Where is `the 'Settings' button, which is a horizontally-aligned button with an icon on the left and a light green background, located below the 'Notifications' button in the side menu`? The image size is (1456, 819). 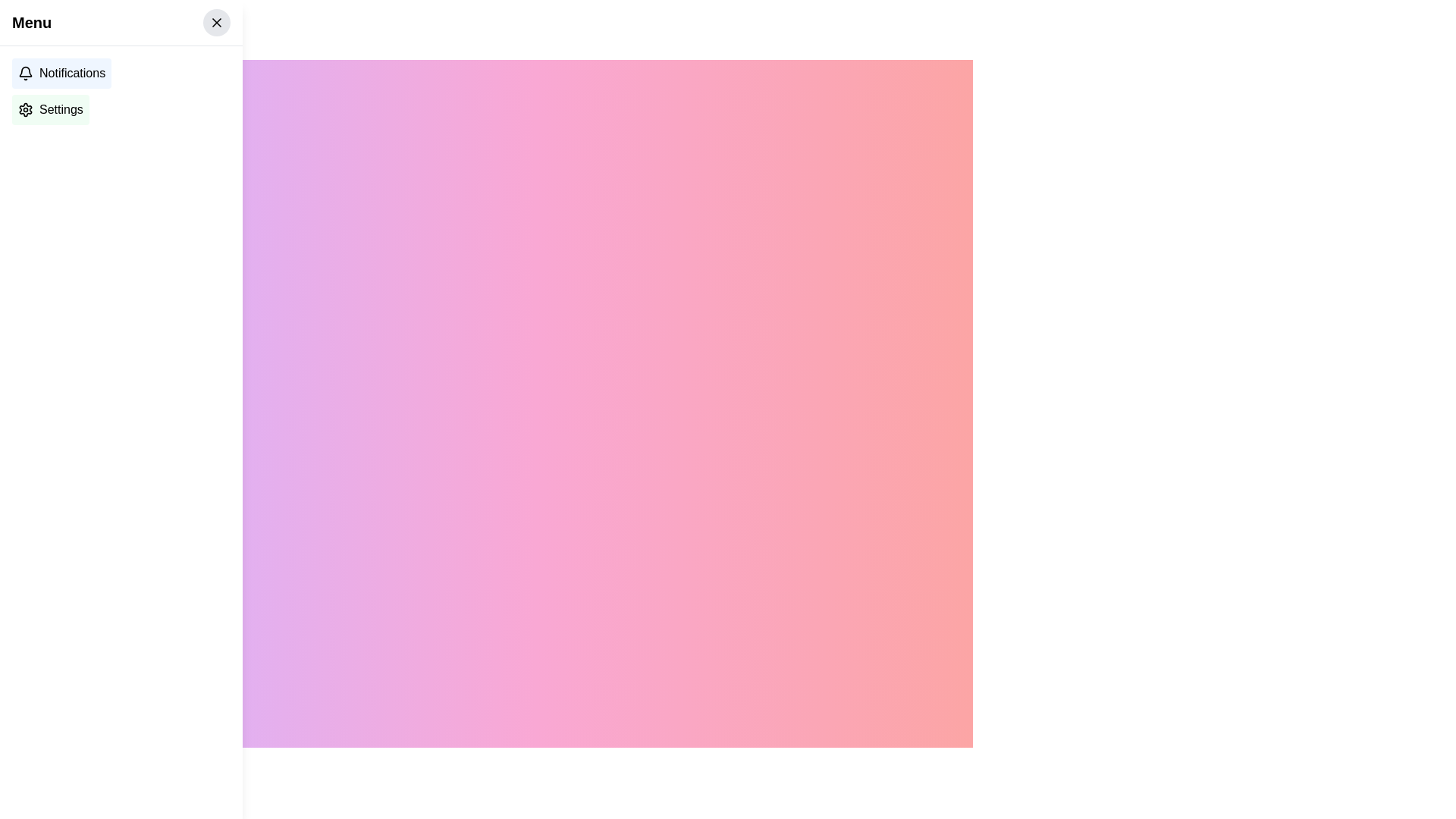
the 'Settings' button, which is a horizontally-aligned button with an icon on the left and a light green background, located below the 'Notifications' button in the side menu is located at coordinates (50, 109).